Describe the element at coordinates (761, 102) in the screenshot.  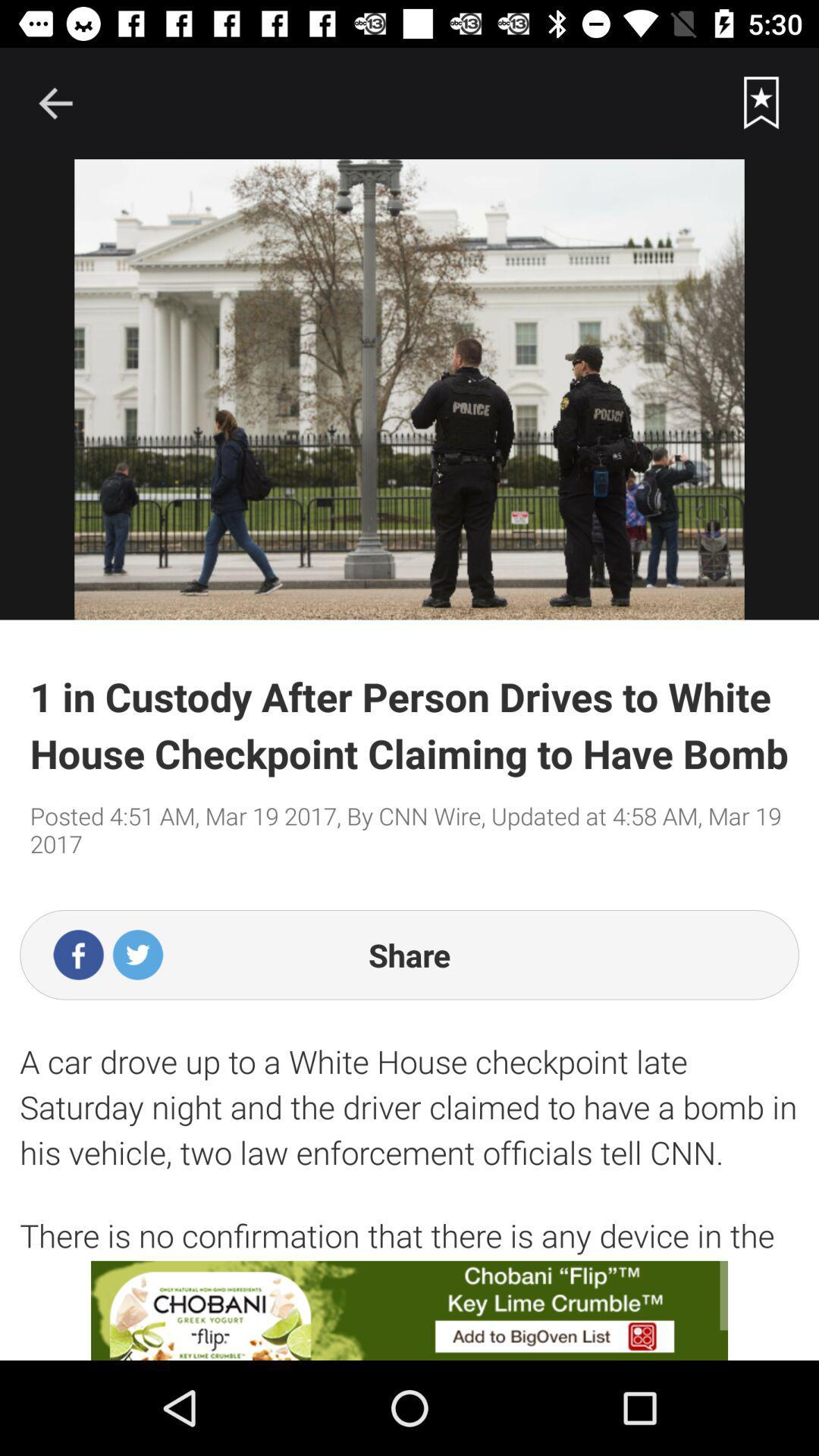
I see `mark this page` at that location.